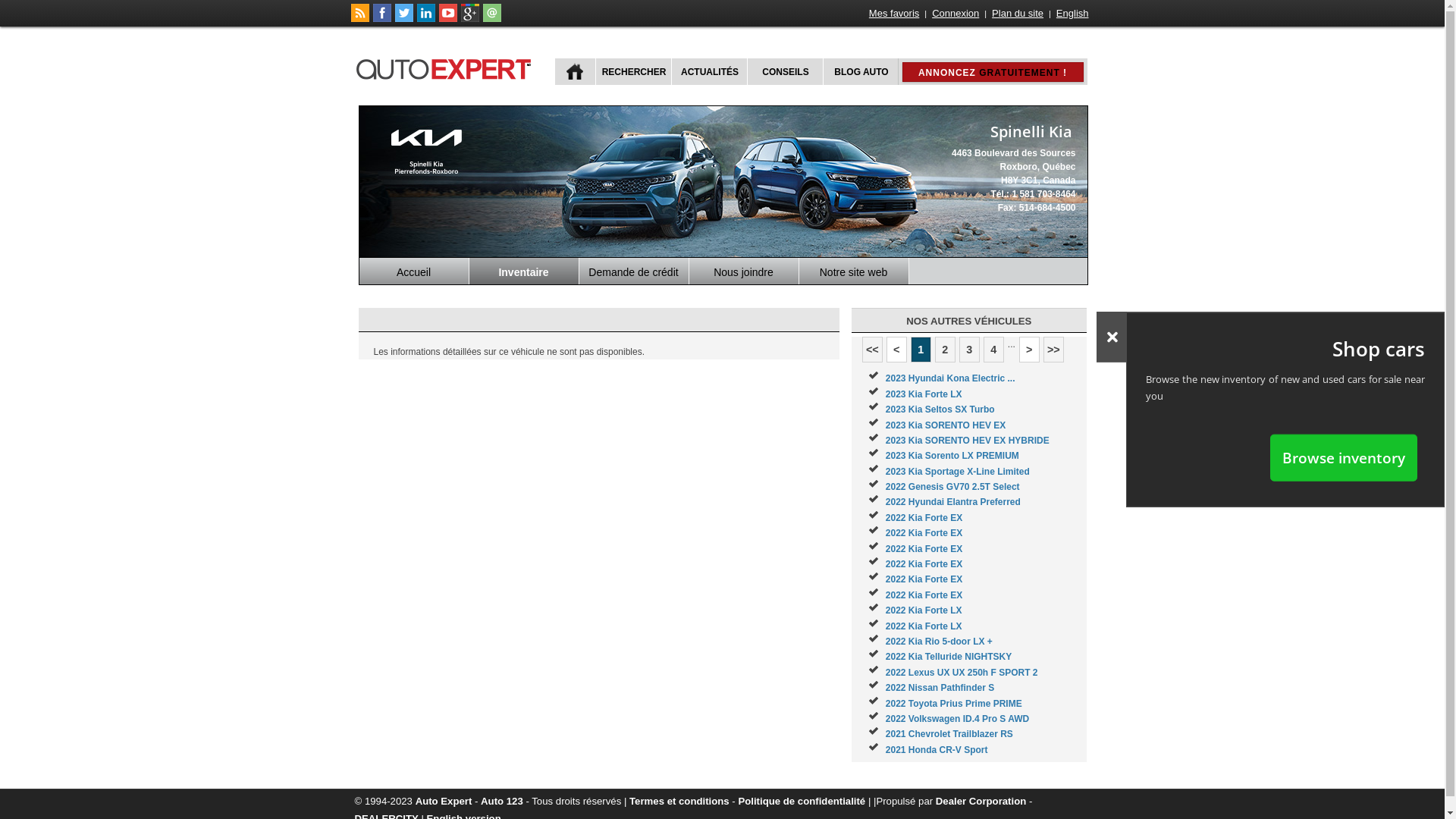  Describe the element at coordinates (425, 18) in the screenshot. I see `'Suivez Publications Le Guide Inc. sur LinkedIn'` at that location.